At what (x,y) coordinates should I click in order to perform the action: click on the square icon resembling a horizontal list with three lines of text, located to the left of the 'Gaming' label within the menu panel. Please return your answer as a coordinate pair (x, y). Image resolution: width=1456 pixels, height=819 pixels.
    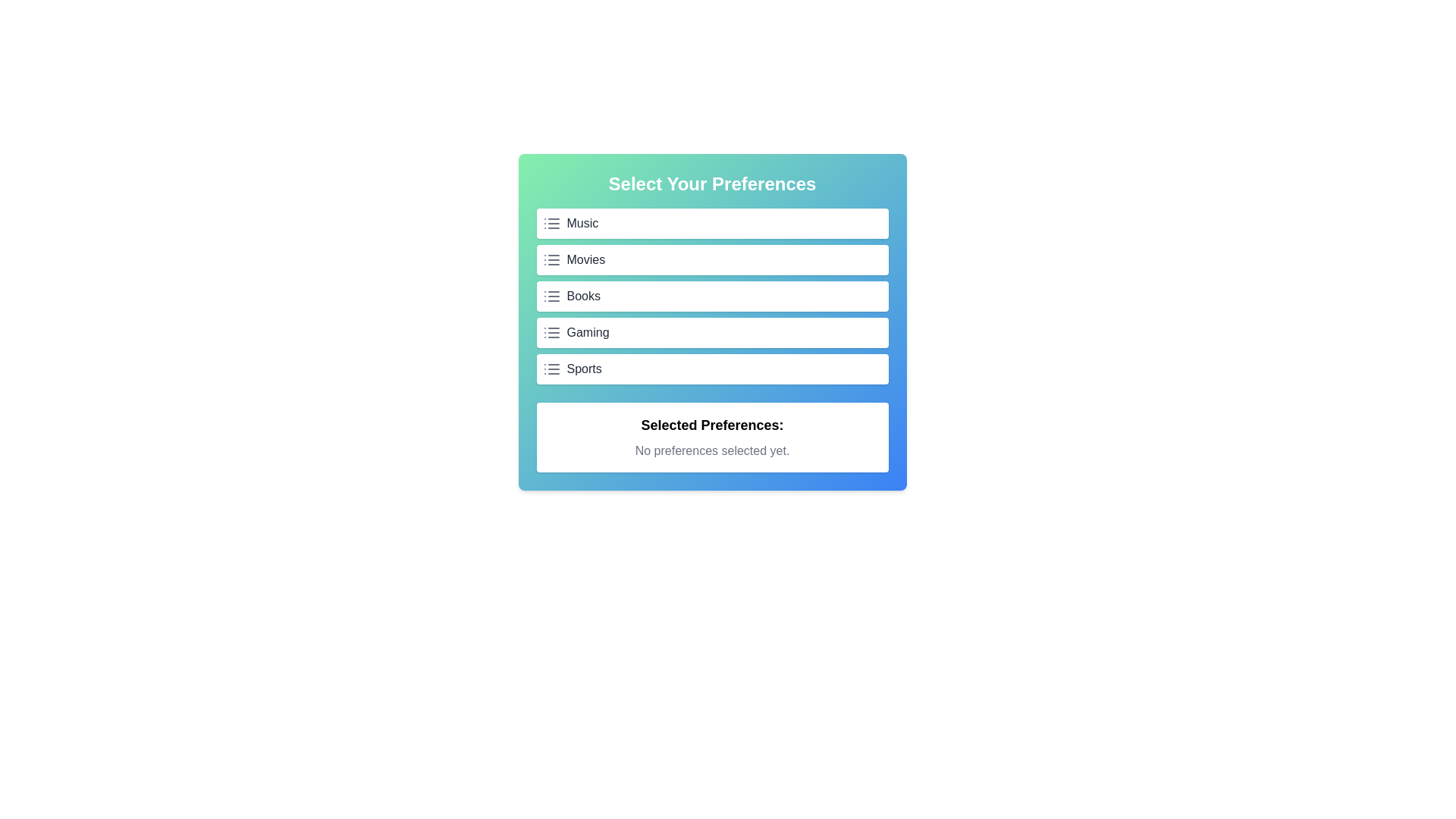
    Looking at the image, I should click on (551, 332).